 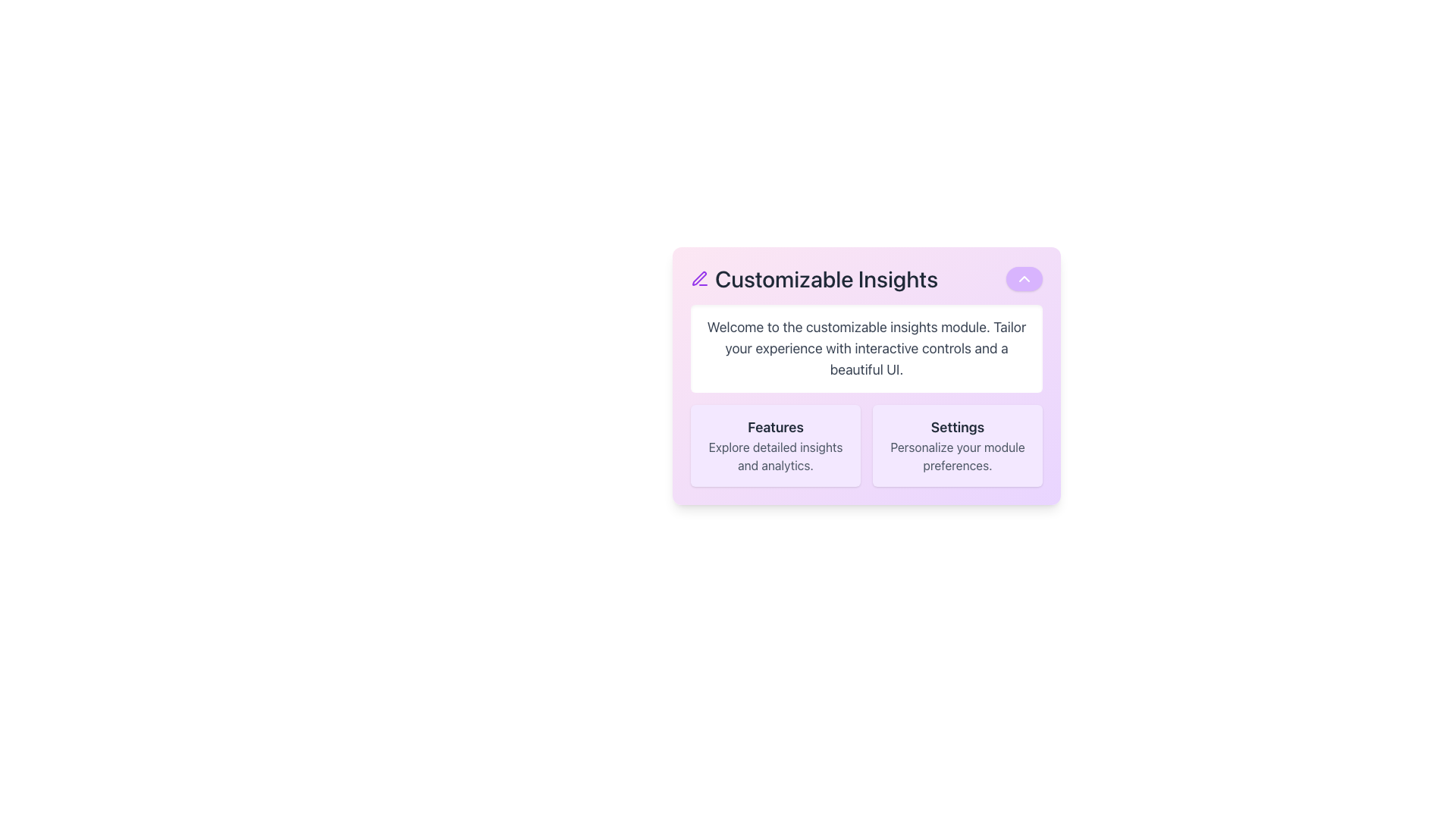 What do you see at coordinates (775, 444) in the screenshot?
I see `the Informational card with a light purple background and the title 'Features' in bold black font, located in the lower left corner of the grid layout` at bounding box center [775, 444].